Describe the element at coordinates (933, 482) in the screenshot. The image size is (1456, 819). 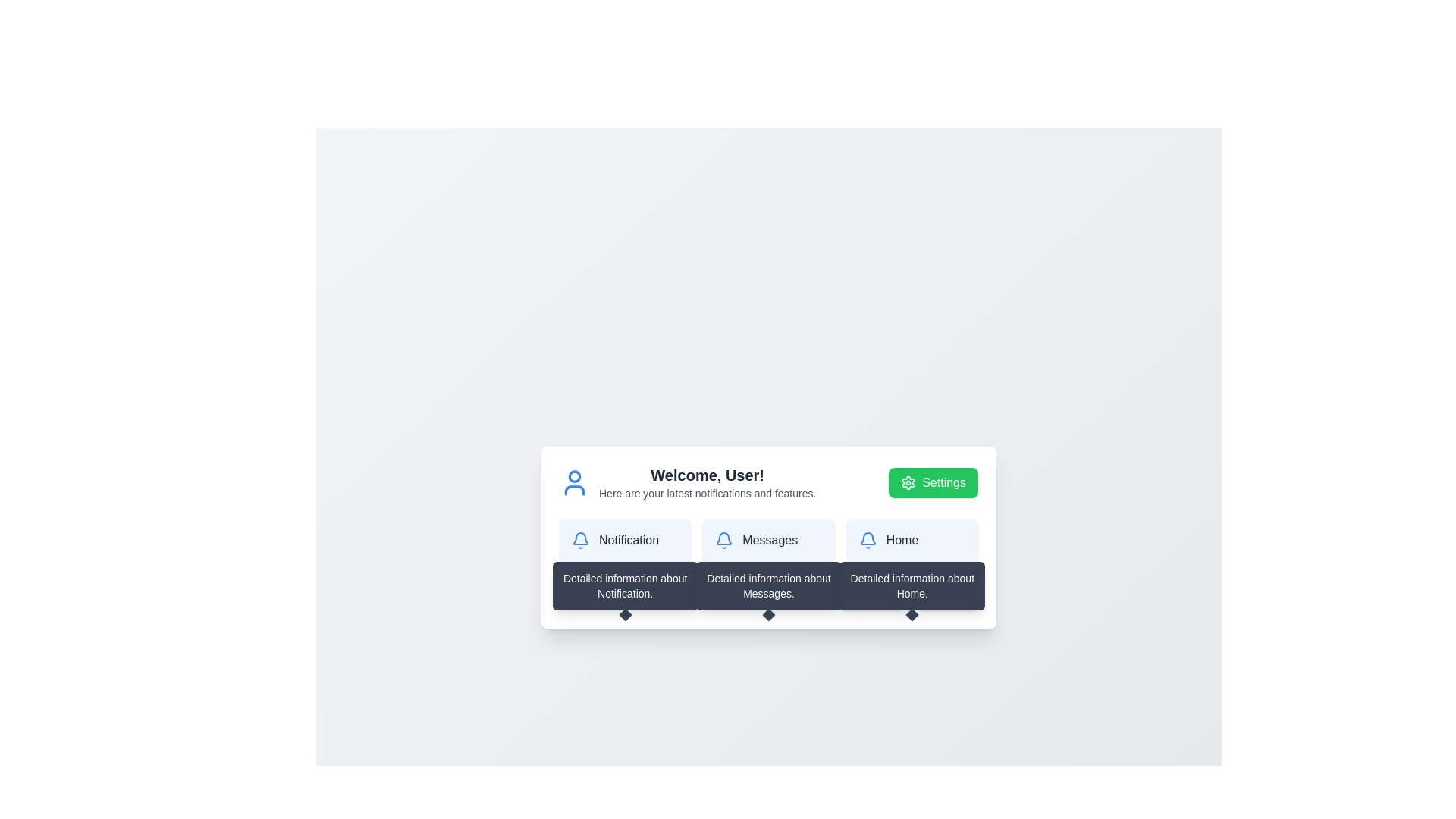
I see `the 'Settings' button, which is a rectangular button with rounded corners, green background, white text, and a gear icon to change its background color` at that location.